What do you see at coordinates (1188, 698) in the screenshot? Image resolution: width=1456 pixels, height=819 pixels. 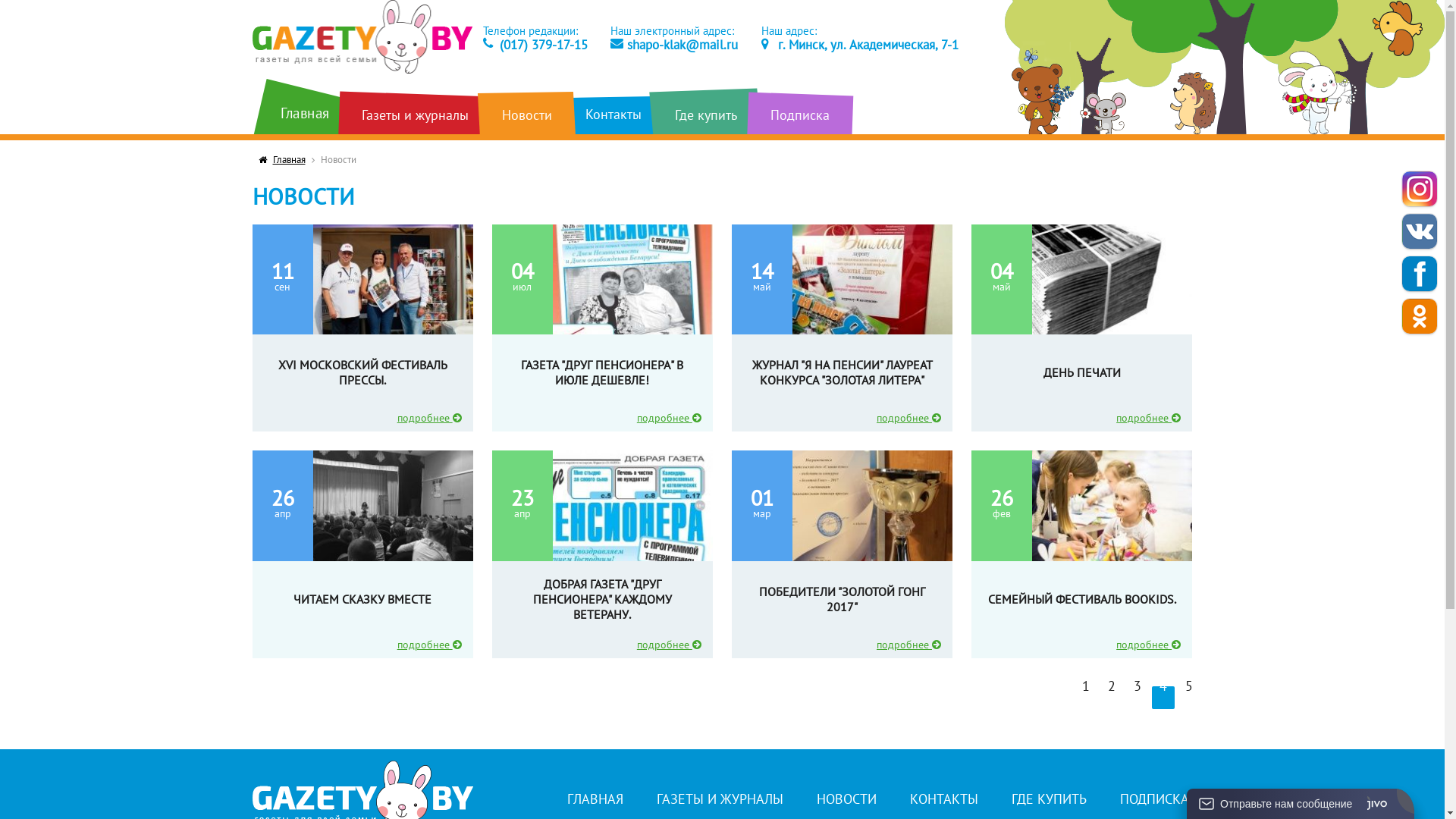 I see `'5'` at bounding box center [1188, 698].